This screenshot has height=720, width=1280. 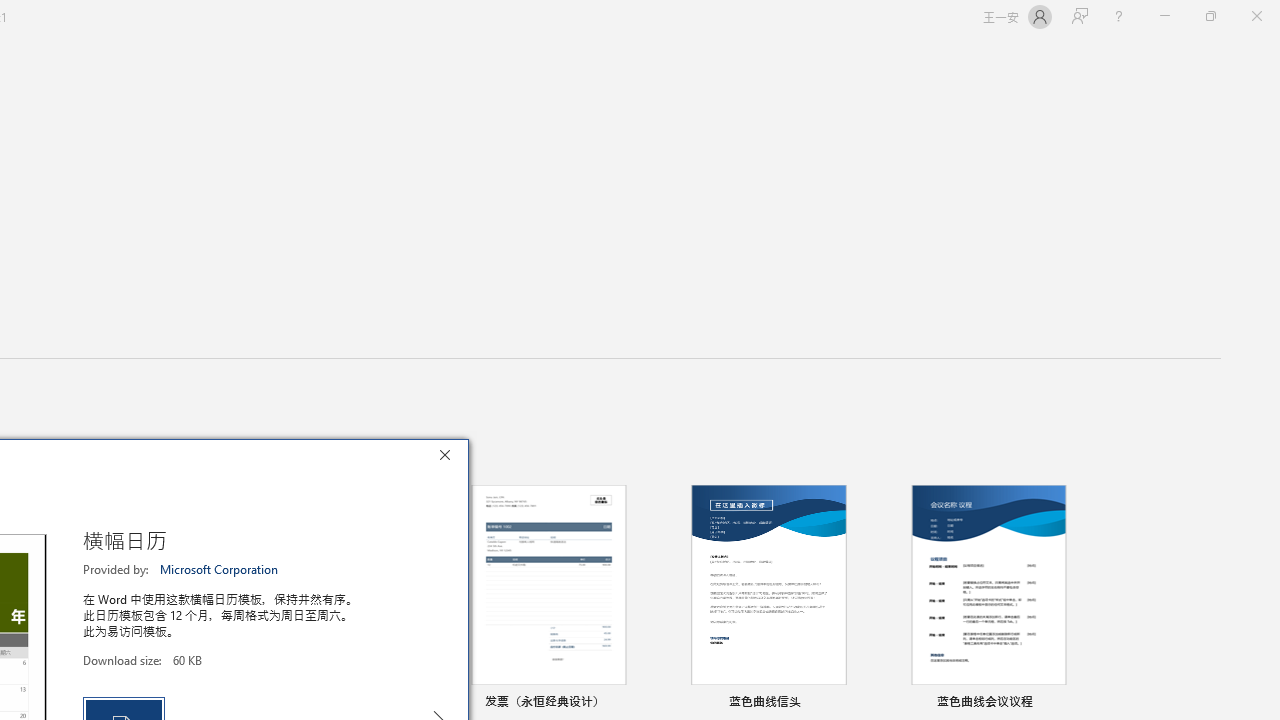 I want to click on 'Pin to list', so click(x=1074, y=702).